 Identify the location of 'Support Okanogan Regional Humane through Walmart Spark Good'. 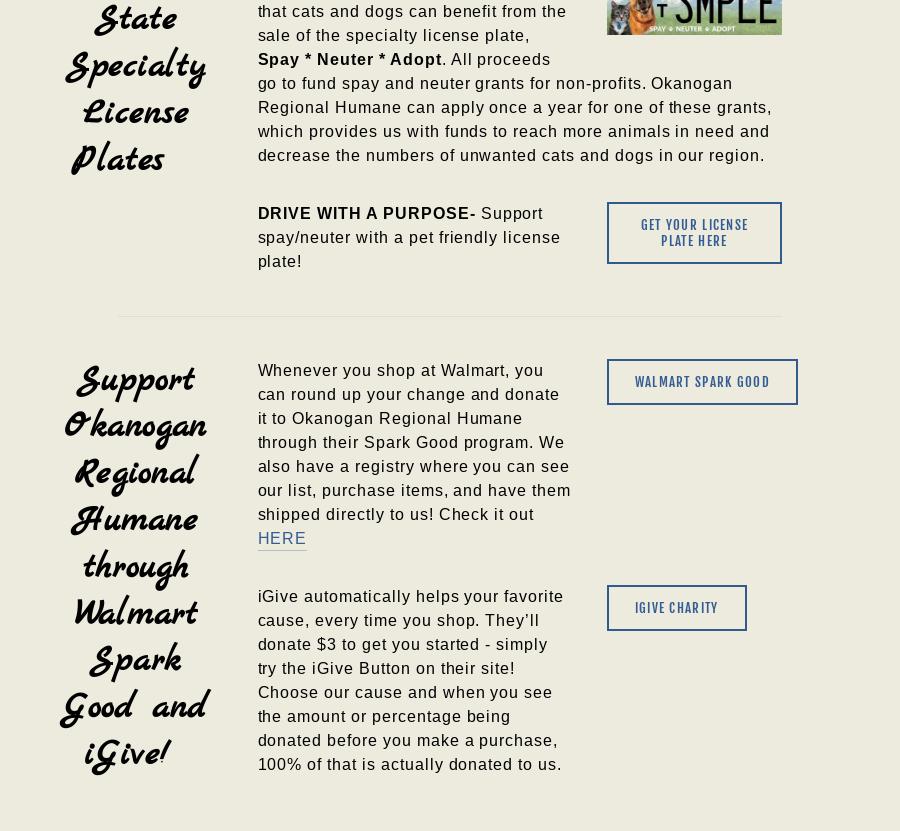
(143, 543).